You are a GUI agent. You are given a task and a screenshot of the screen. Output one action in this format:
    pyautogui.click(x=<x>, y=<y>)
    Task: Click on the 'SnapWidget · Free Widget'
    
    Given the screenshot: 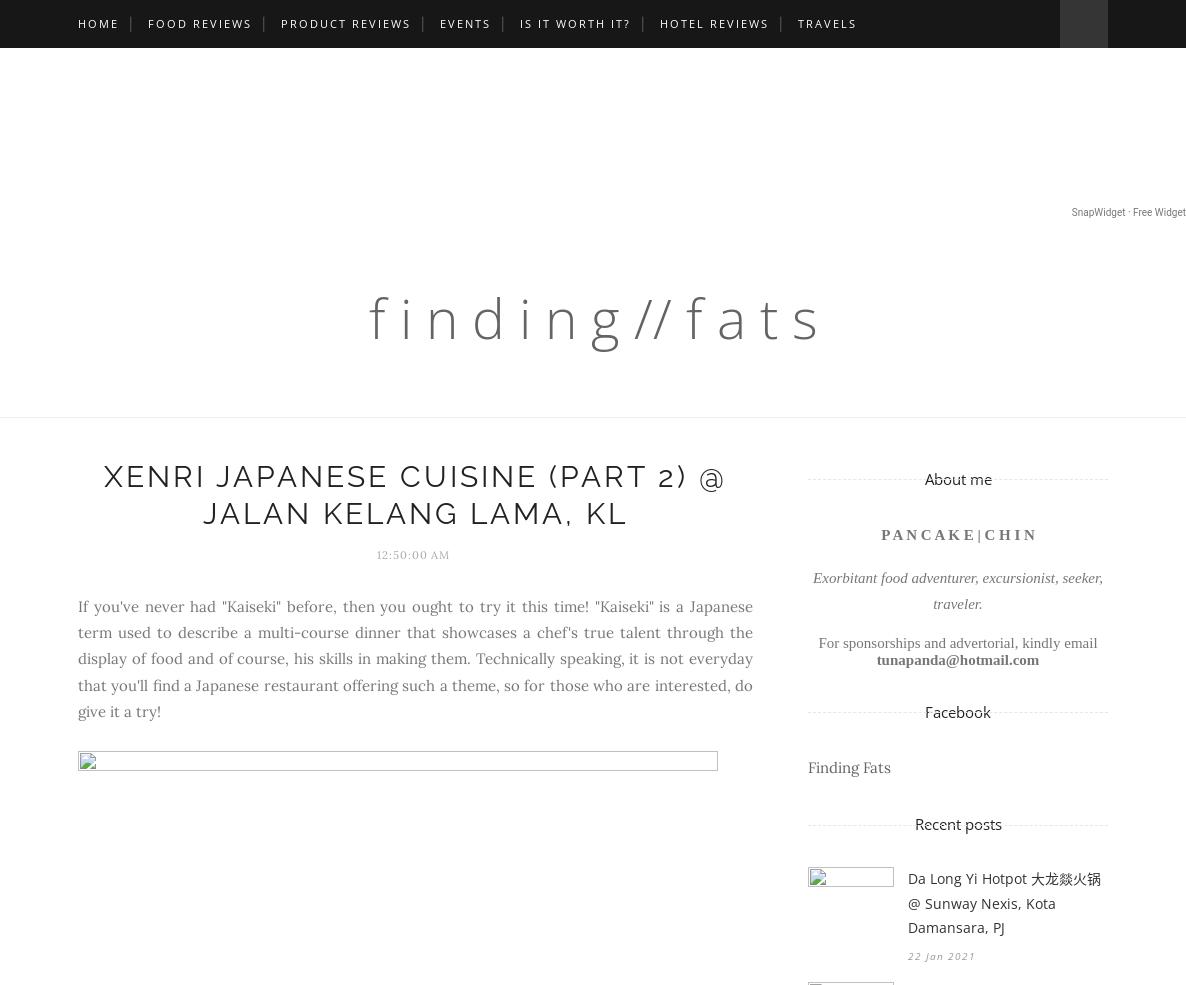 What is the action you would take?
    pyautogui.click(x=1128, y=211)
    